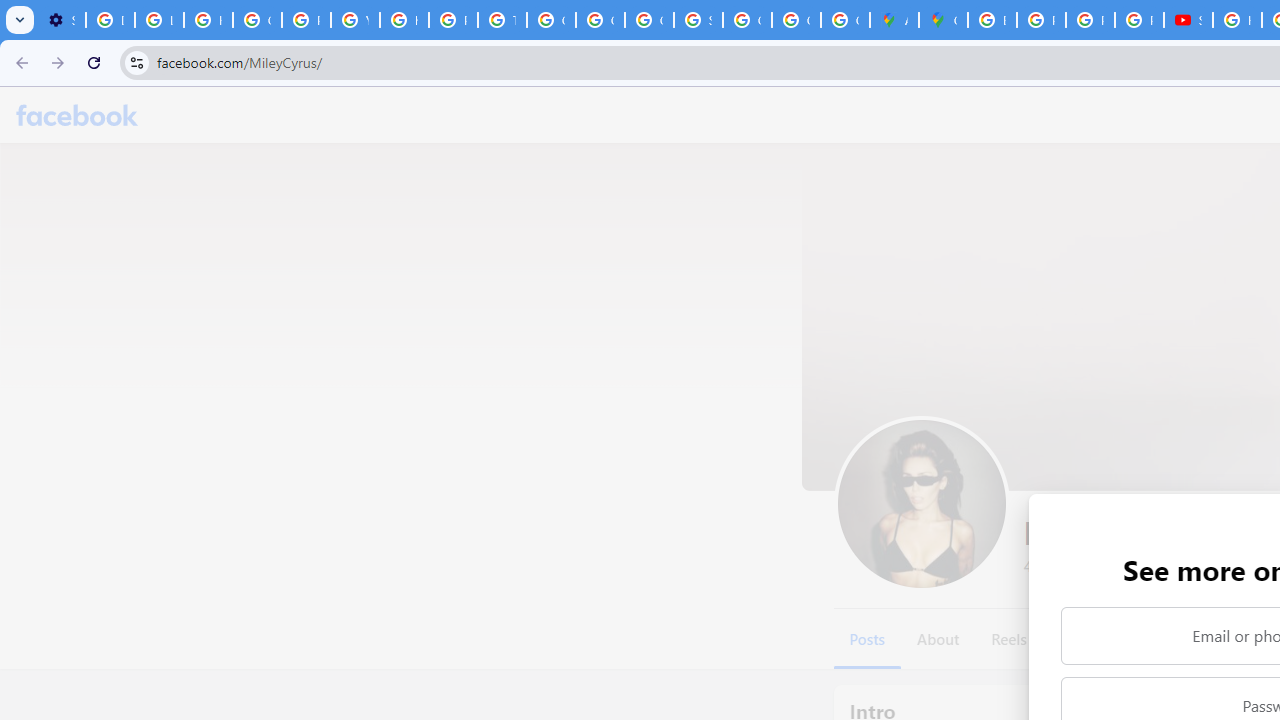 The height and width of the screenshot is (720, 1280). I want to click on 'Privacy Help Center - Policies Help', so click(1040, 20).